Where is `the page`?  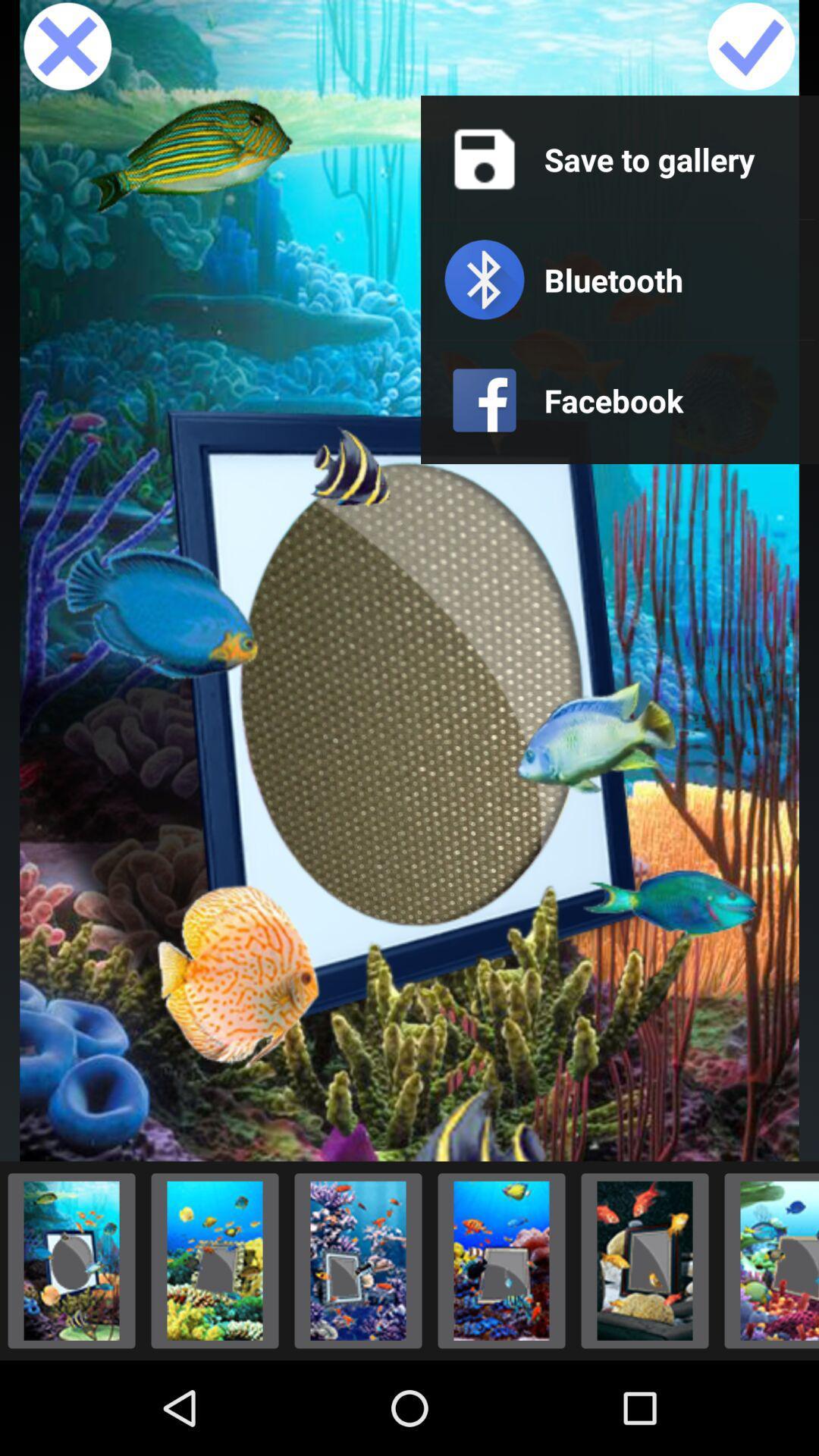 the page is located at coordinates (67, 47).